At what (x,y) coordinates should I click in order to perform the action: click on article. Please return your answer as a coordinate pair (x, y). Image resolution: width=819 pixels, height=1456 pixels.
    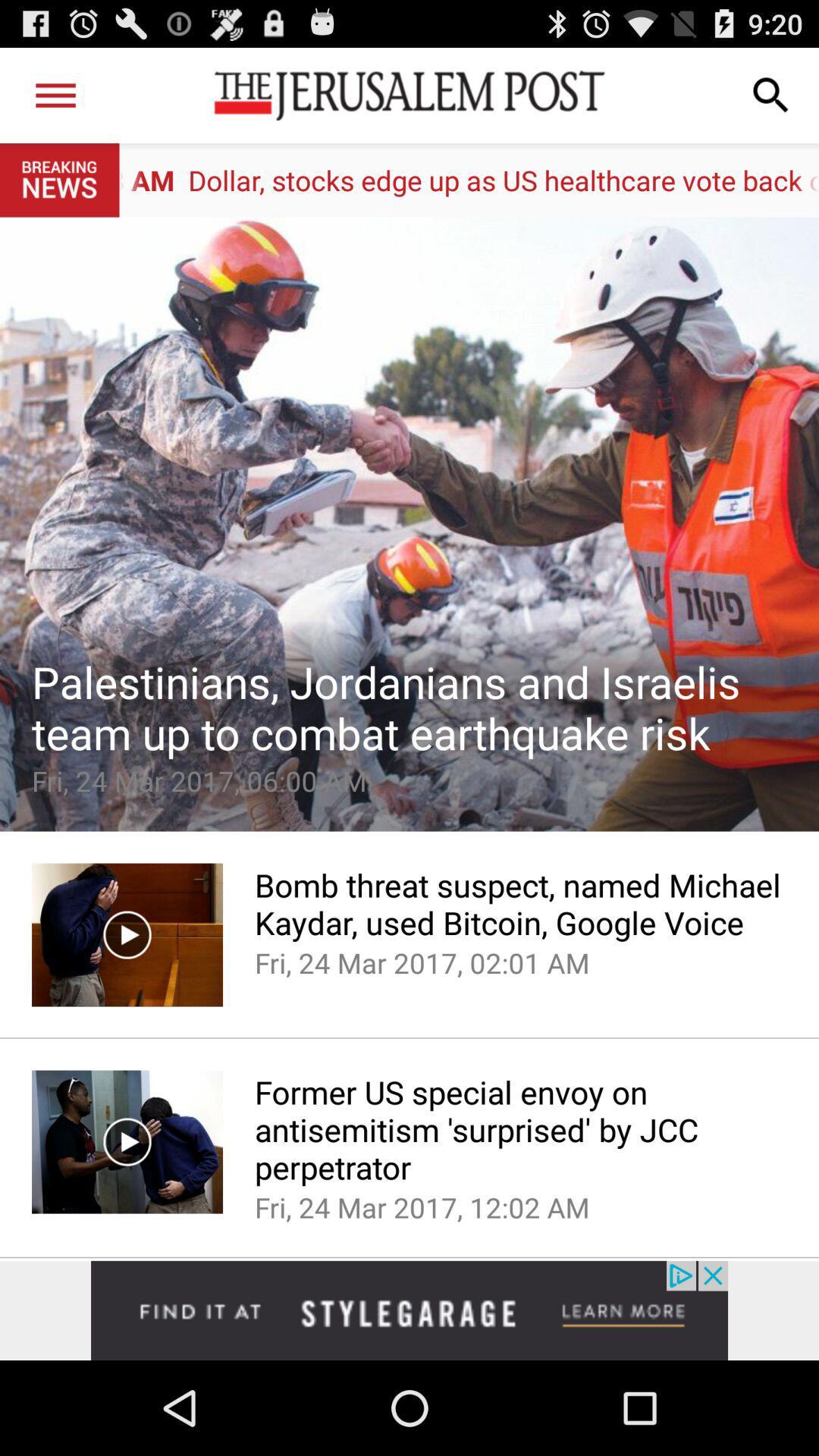
    Looking at the image, I should click on (409, 524).